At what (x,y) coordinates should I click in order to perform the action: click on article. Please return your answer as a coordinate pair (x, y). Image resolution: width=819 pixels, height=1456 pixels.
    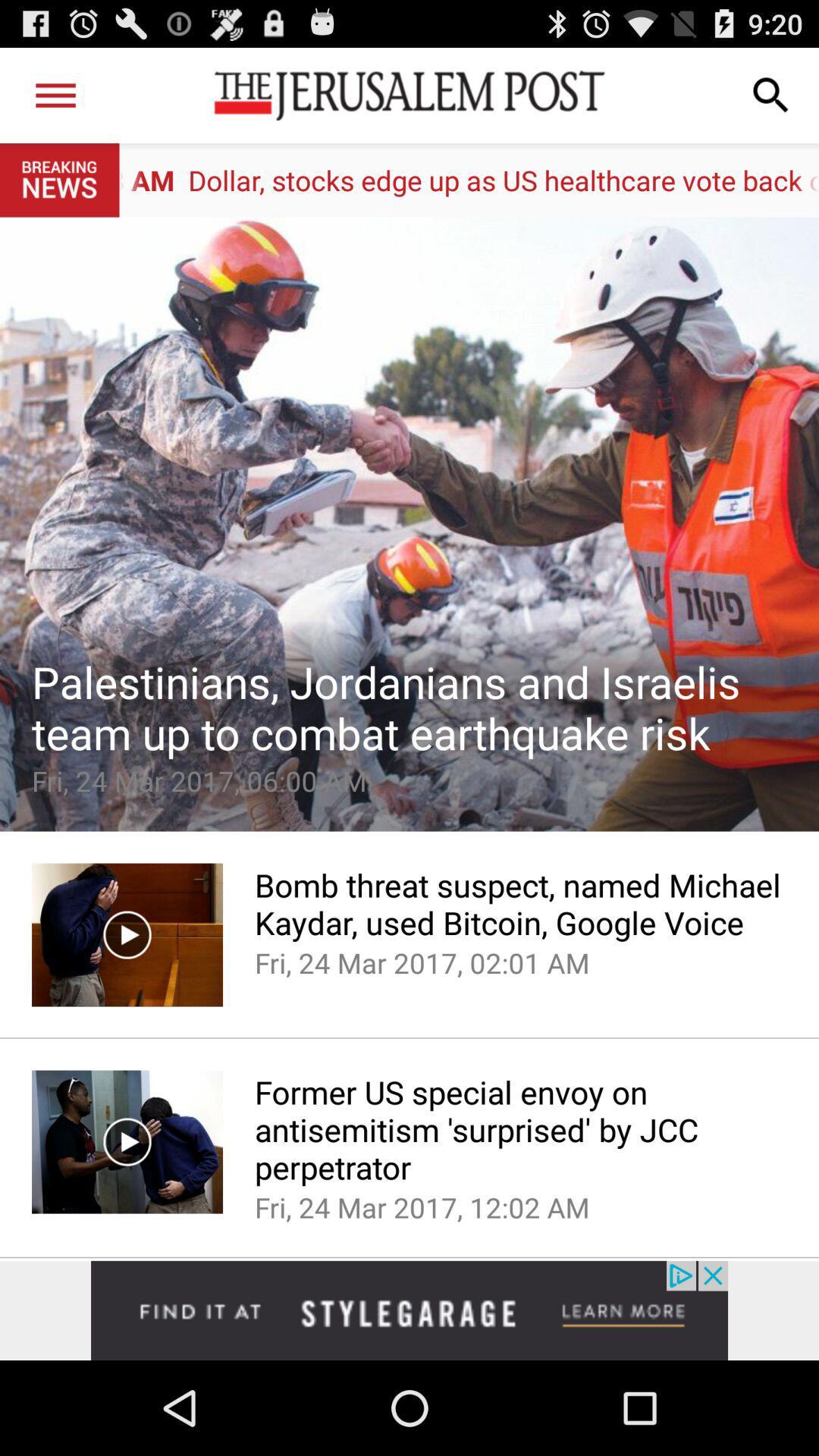
    Looking at the image, I should click on (409, 524).